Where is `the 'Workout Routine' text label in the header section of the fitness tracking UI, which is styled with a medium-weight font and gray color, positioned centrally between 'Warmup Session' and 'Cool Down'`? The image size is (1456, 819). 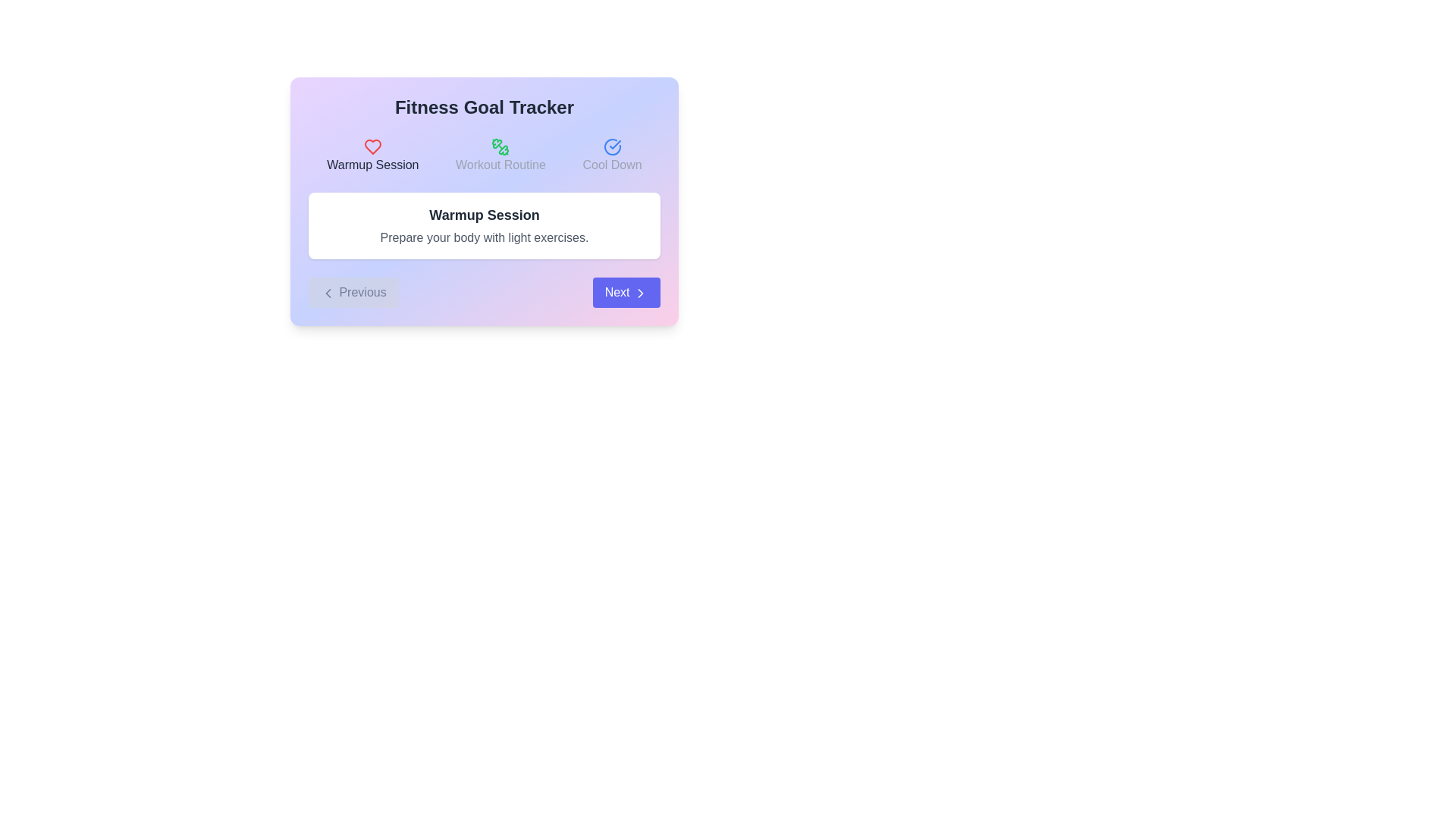 the 'Workout Routine' text label in the header section of the fitness tracking UI, which is styled with a medium-weight font and gray color, positioned centrally between 'Warmup Session' and 'Cool Down' is located at coordinates (500, 165).